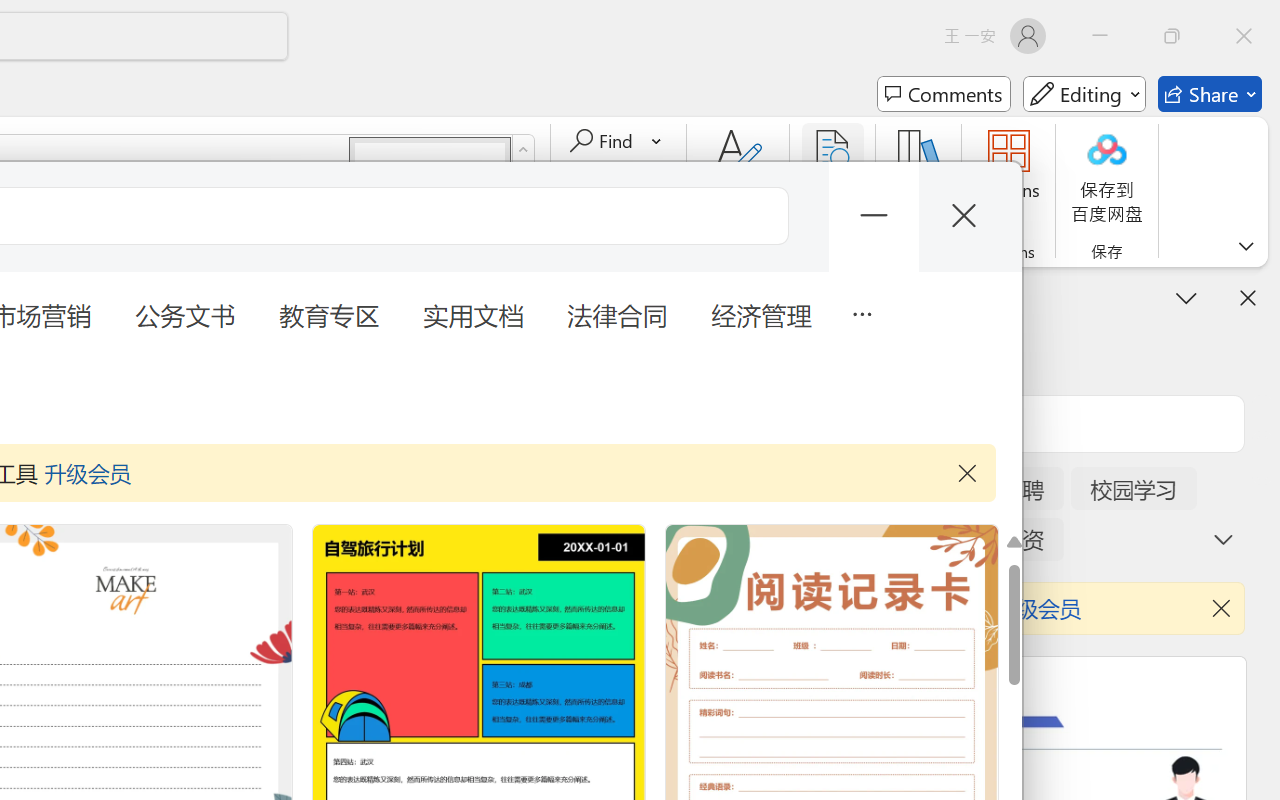 The width and height of the screenshot is (1280, 800). Describe the element at coordinates (1083, 94) in the screenshot. I see `'Mode'` at that location.